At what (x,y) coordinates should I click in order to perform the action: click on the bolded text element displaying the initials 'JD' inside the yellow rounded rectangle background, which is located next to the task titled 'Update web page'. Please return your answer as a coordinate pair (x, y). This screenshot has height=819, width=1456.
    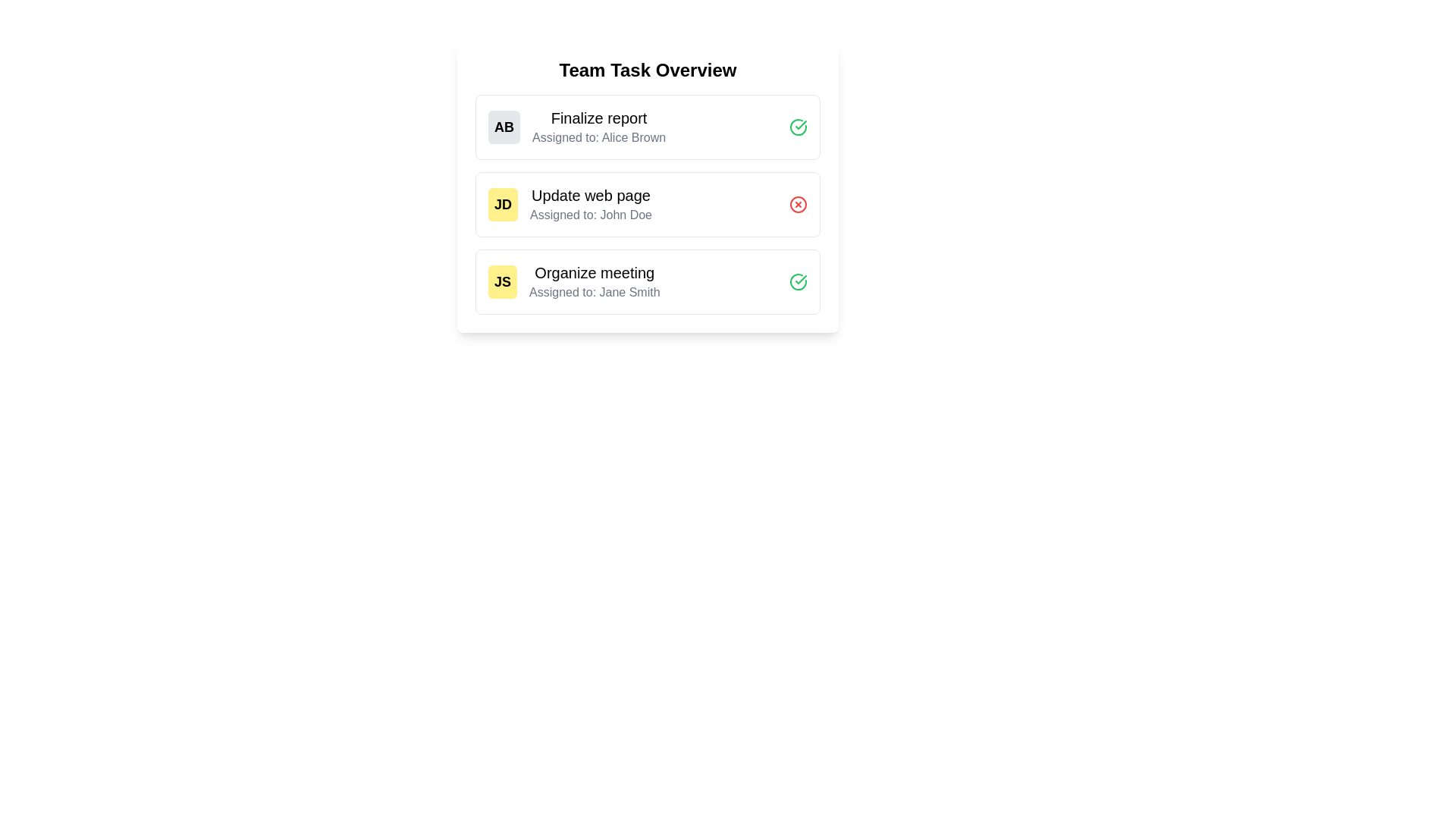
    Looking at the image, I should click on (503, 205).